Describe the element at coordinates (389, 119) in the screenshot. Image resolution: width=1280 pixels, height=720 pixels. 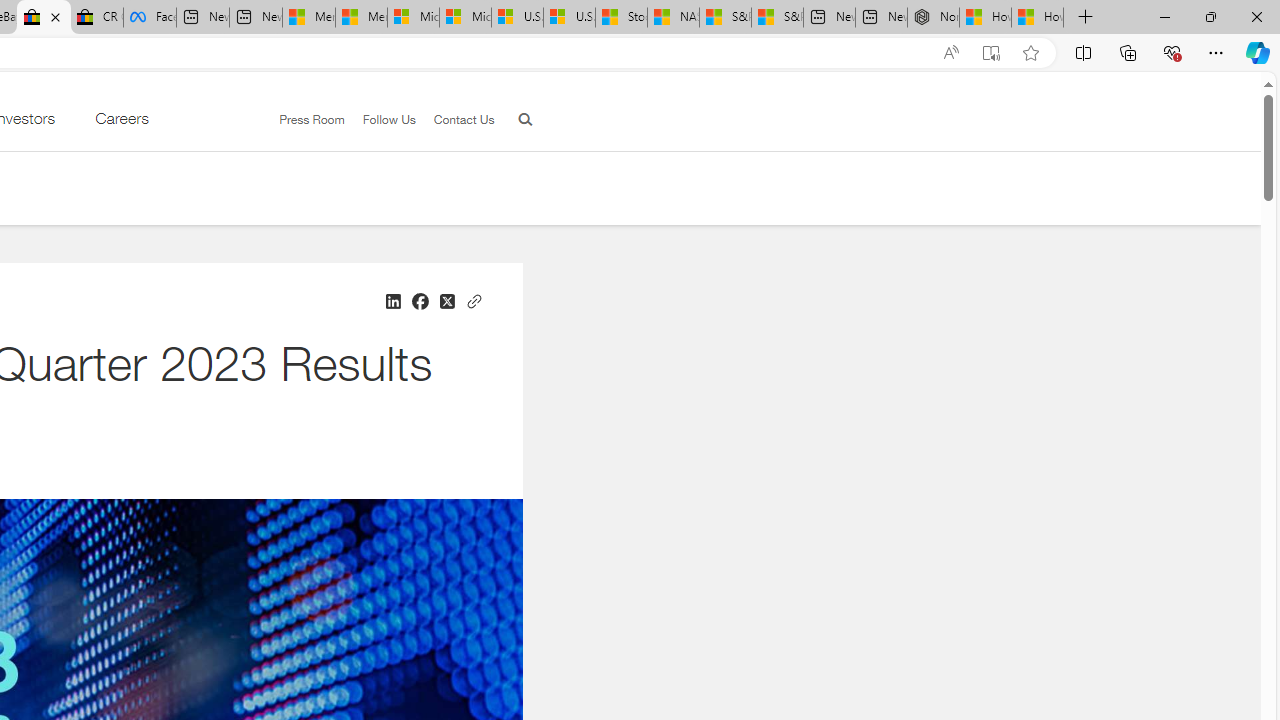
I see `'Follow Us'` at that location.